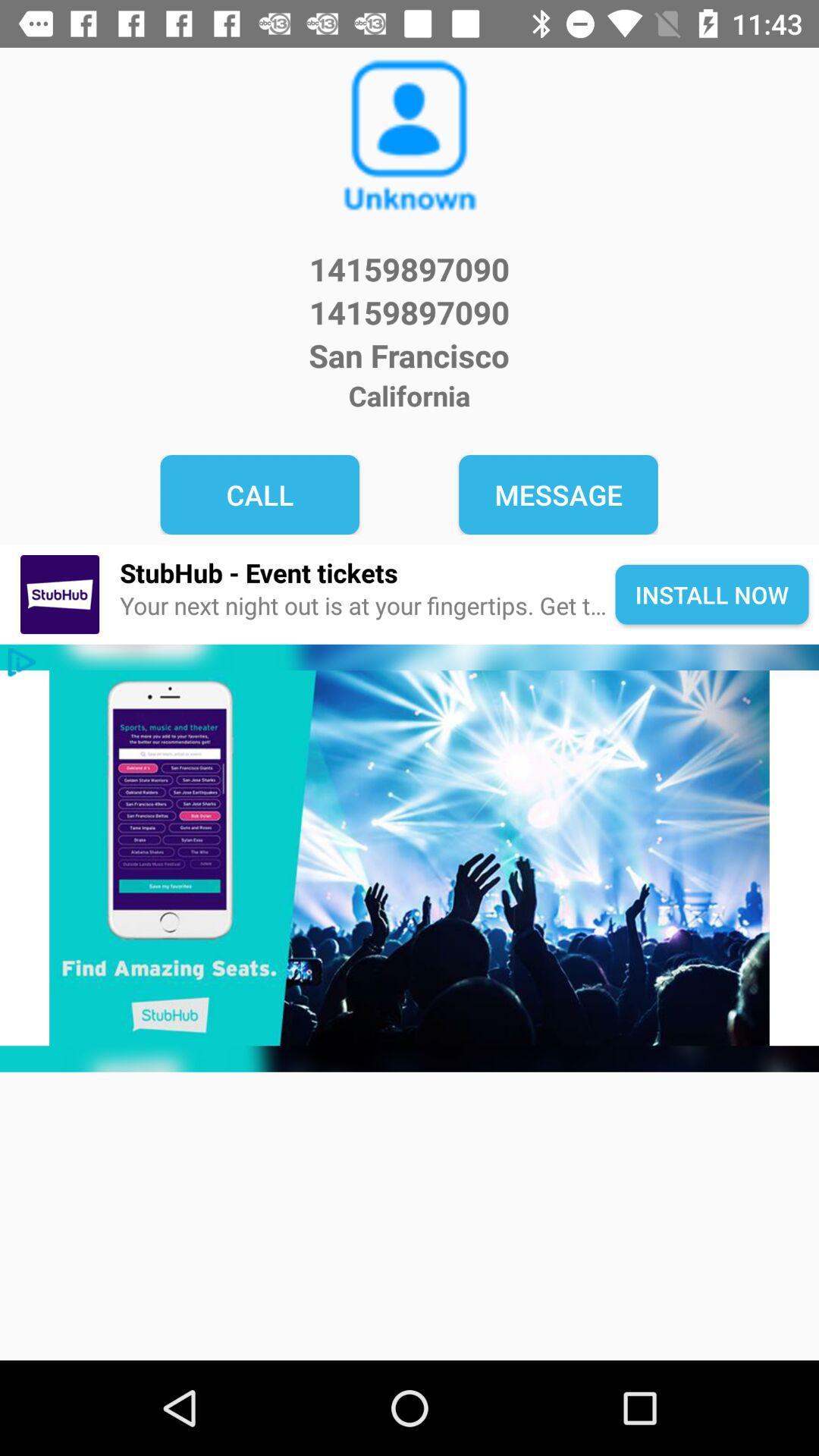 The image size is (819, 1456). I want to click on stubhub homepage, so click(409, 858).